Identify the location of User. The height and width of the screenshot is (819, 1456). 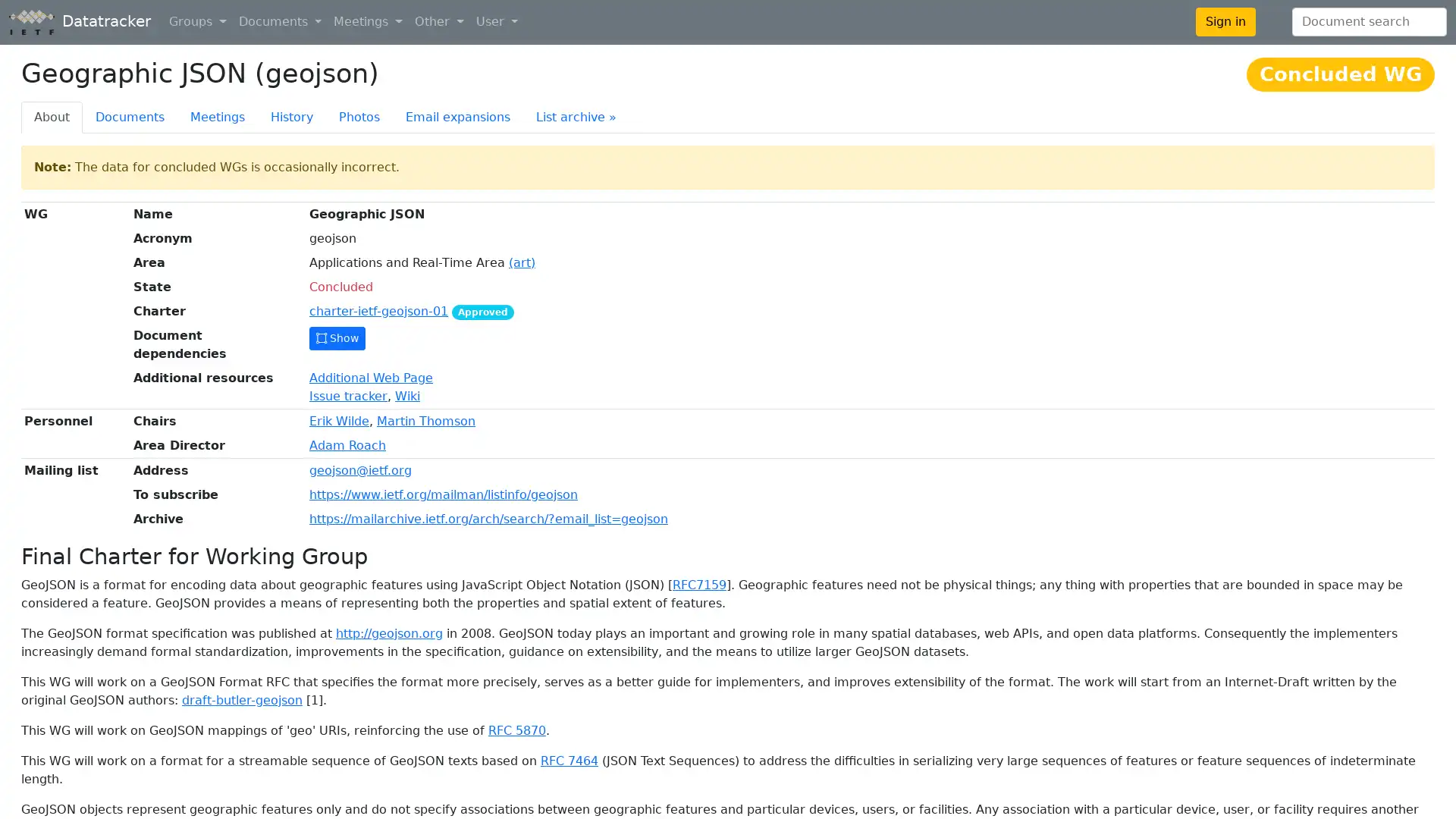
(496, 22).